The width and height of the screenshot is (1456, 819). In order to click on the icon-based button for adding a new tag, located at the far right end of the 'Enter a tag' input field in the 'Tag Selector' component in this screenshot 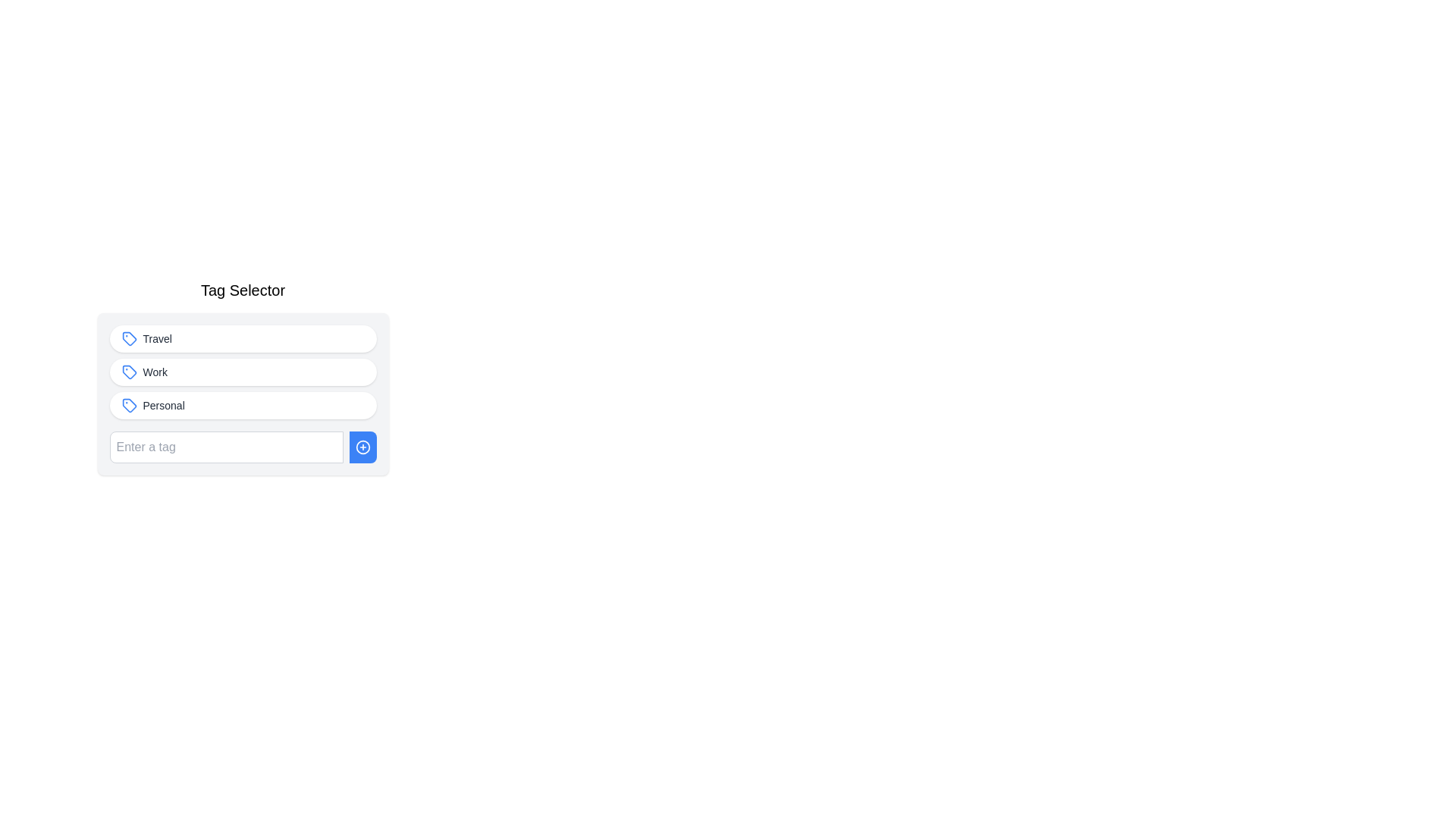, I will do `click(362, 447)`.